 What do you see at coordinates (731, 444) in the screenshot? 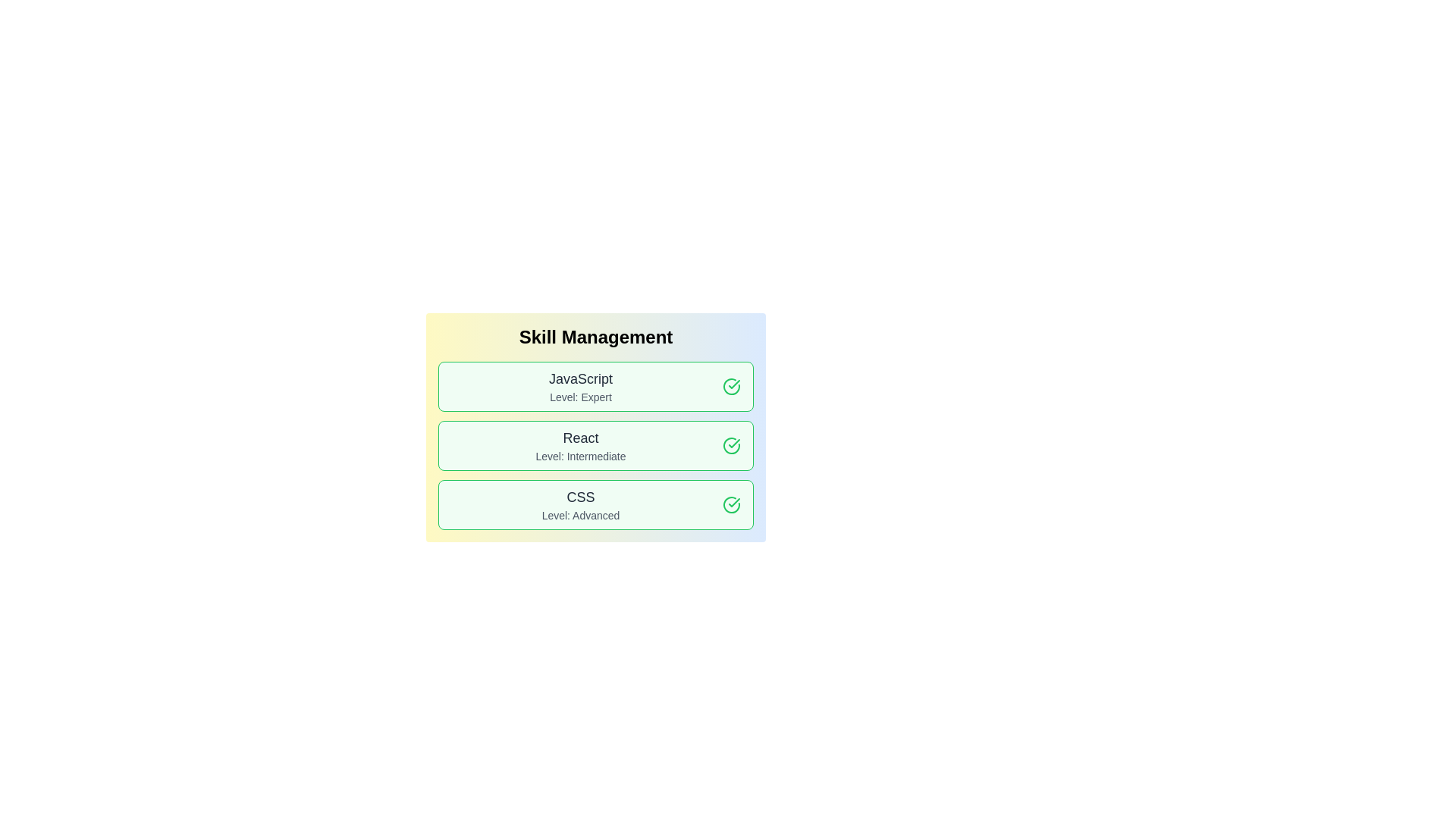
I see `deactivate button for the skill React` at bounding box center [731, 444].